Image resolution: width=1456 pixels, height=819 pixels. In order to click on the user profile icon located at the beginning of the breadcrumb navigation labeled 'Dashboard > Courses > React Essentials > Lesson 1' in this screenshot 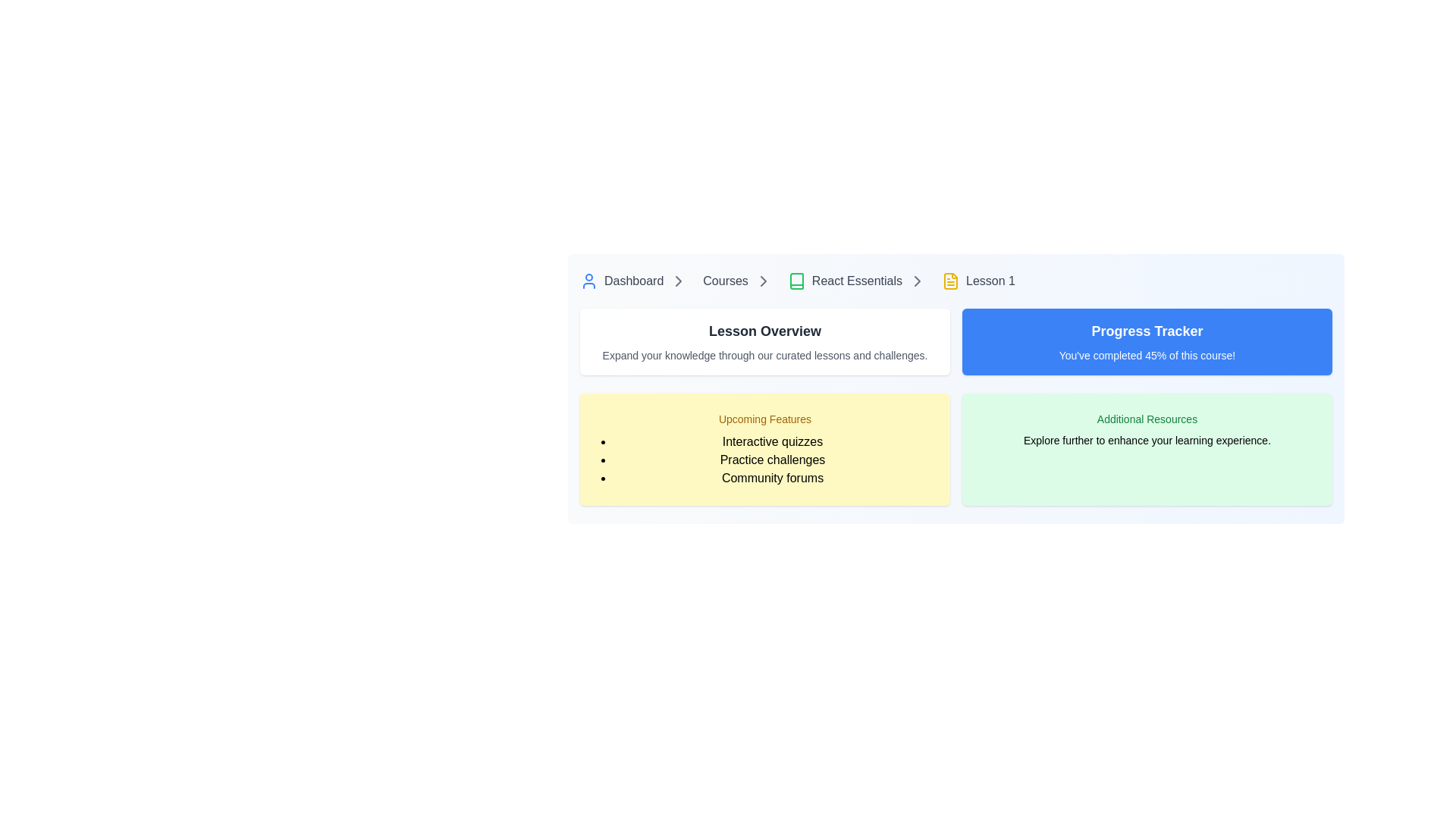, I will do `click(588, 281)`.